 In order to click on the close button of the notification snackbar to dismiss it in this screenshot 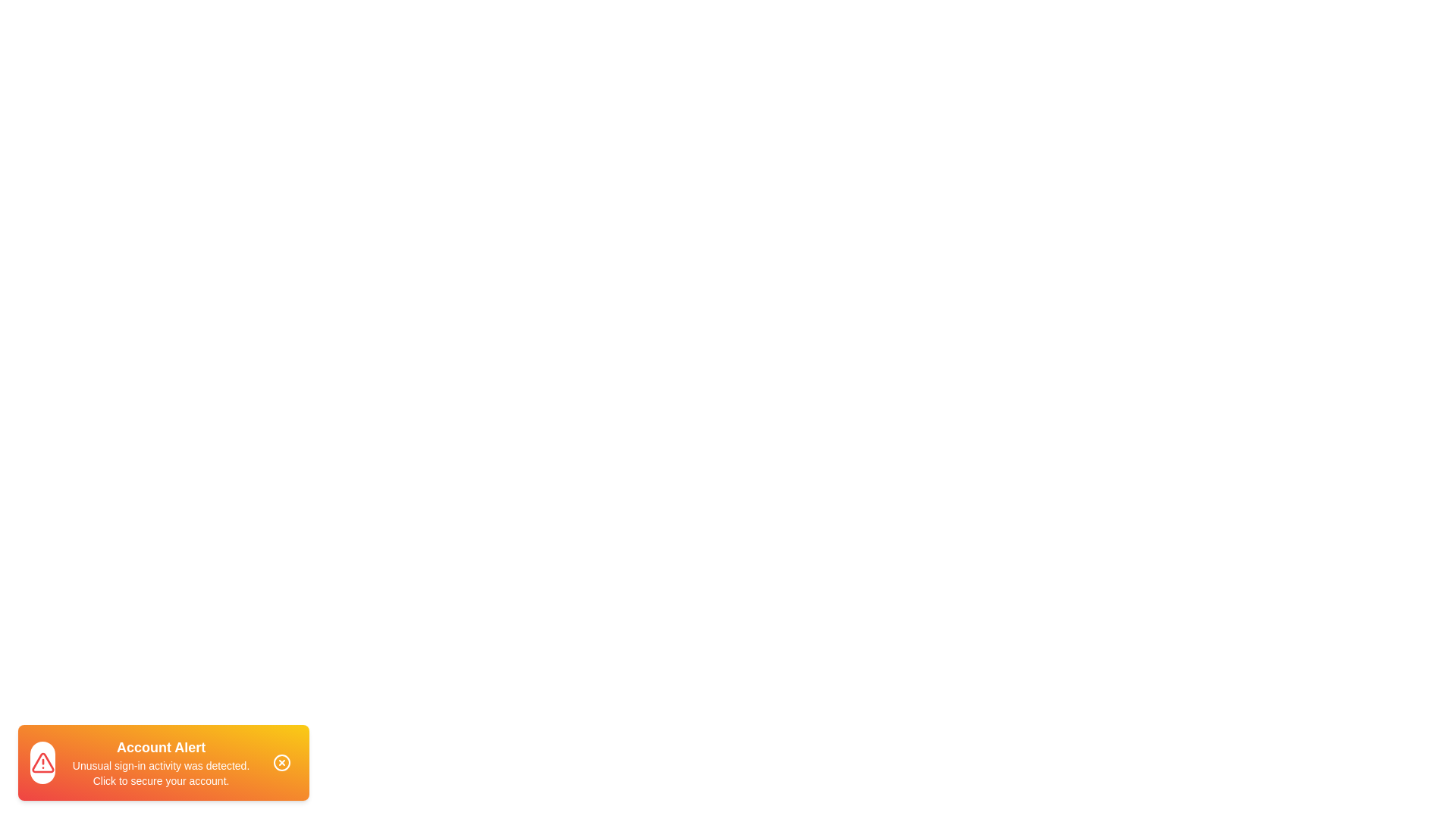, I will do `click(282, 763)`.